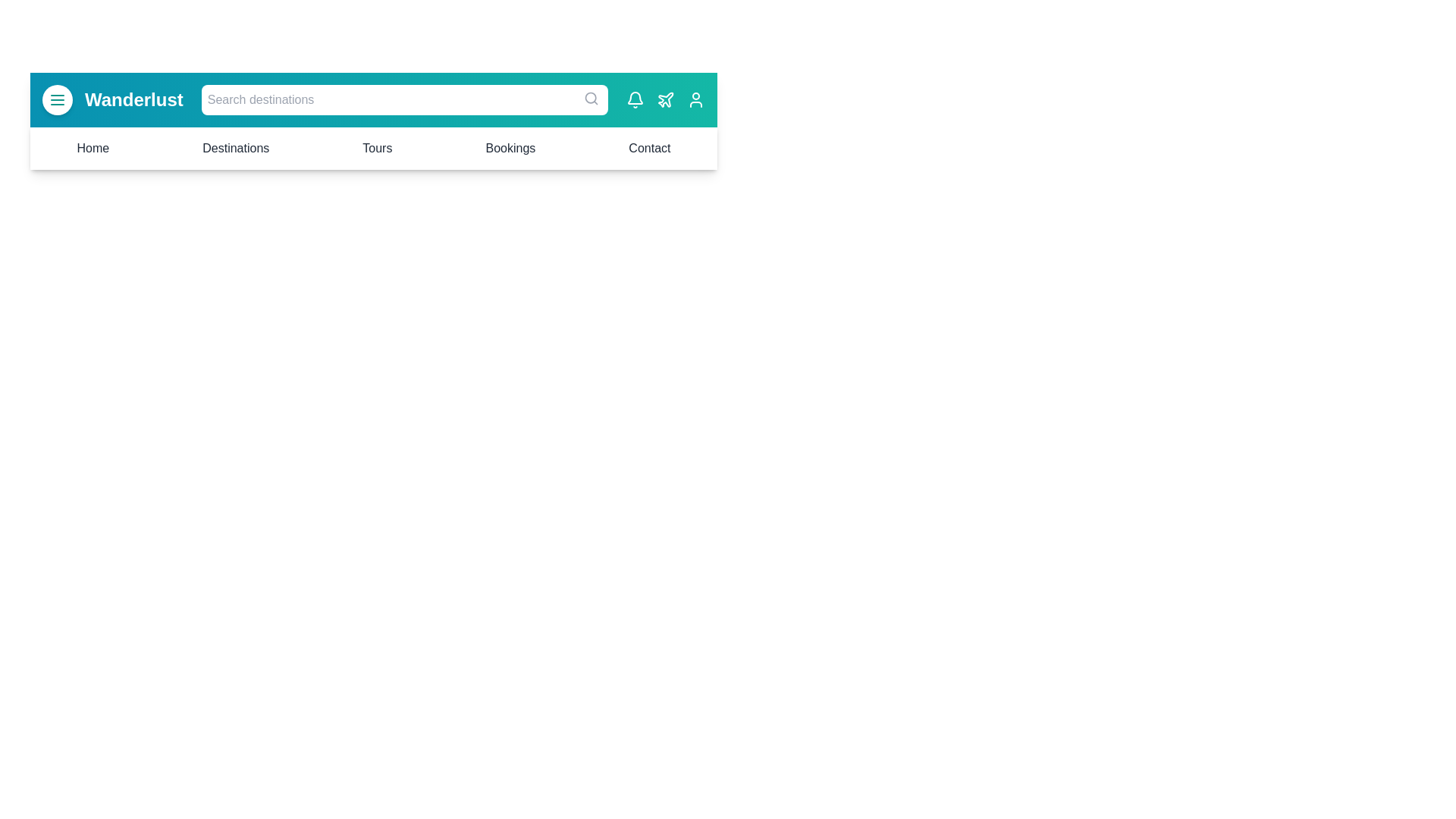 Image resolution: width=1456 pixels, height=819 pixels. Describe the element at coordinates (649, 149) in the screenshot. I see `the menu item Contact to navigate to the corresponding section` at that location.